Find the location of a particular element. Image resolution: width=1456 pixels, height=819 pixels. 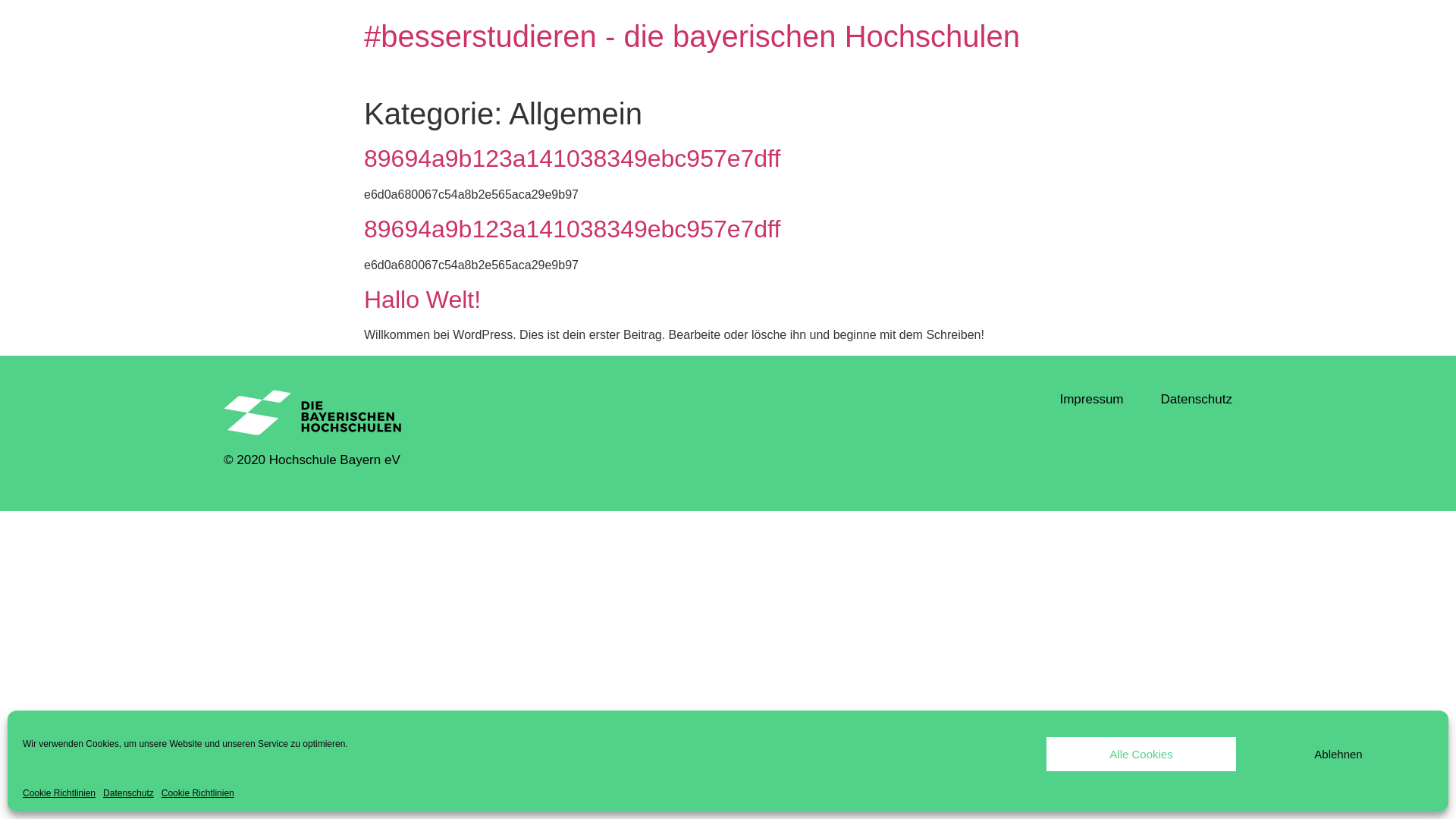

'Alle Cookies' is located at coordinates (1141, 754).